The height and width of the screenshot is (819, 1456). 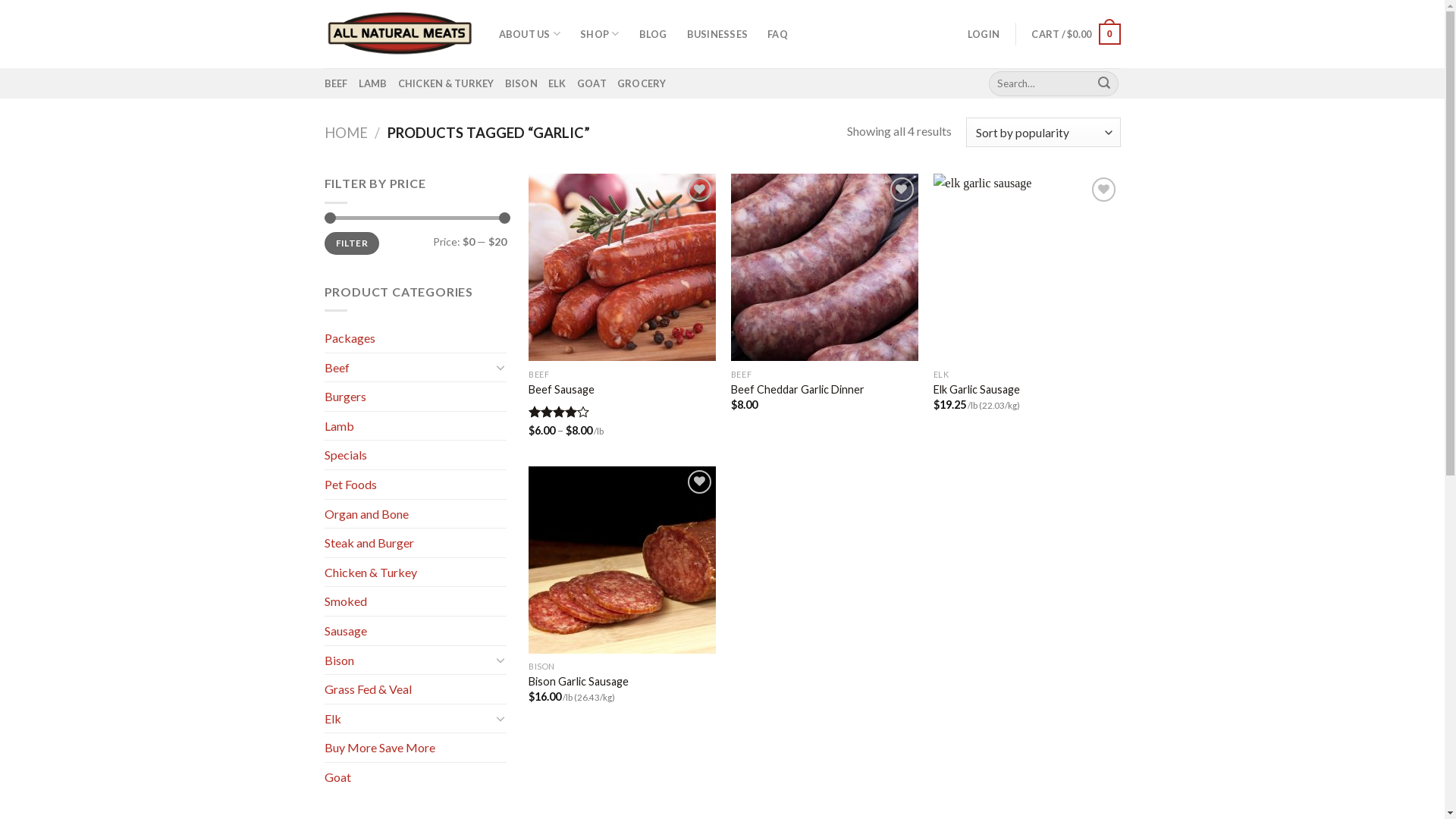 What do you see at coordinates (400, 33) in the screenshot?
I see `'All Natural Meats'` at bounding box center [400, 33].